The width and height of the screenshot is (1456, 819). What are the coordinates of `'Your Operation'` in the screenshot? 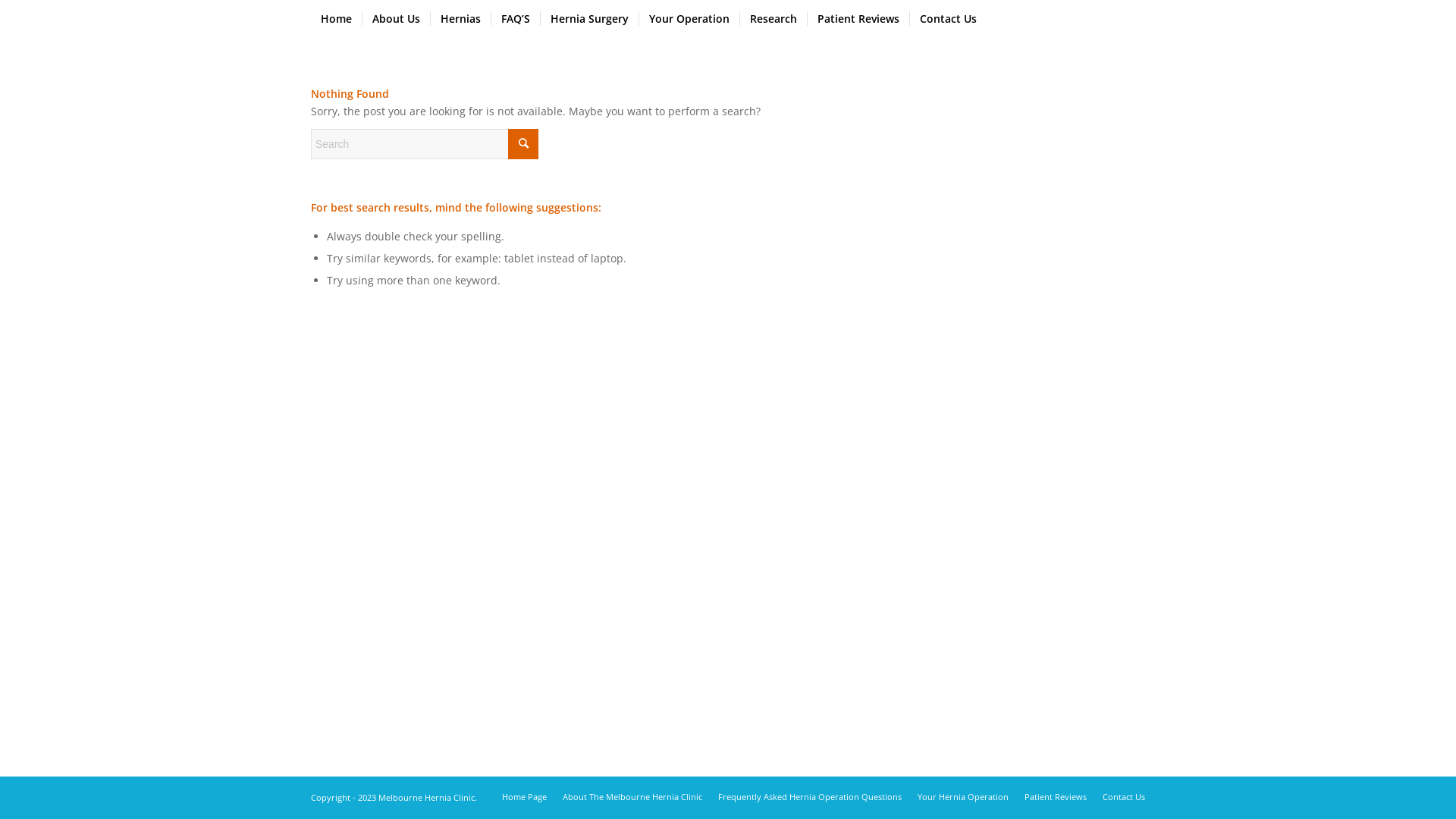 It's located at (688, 18).